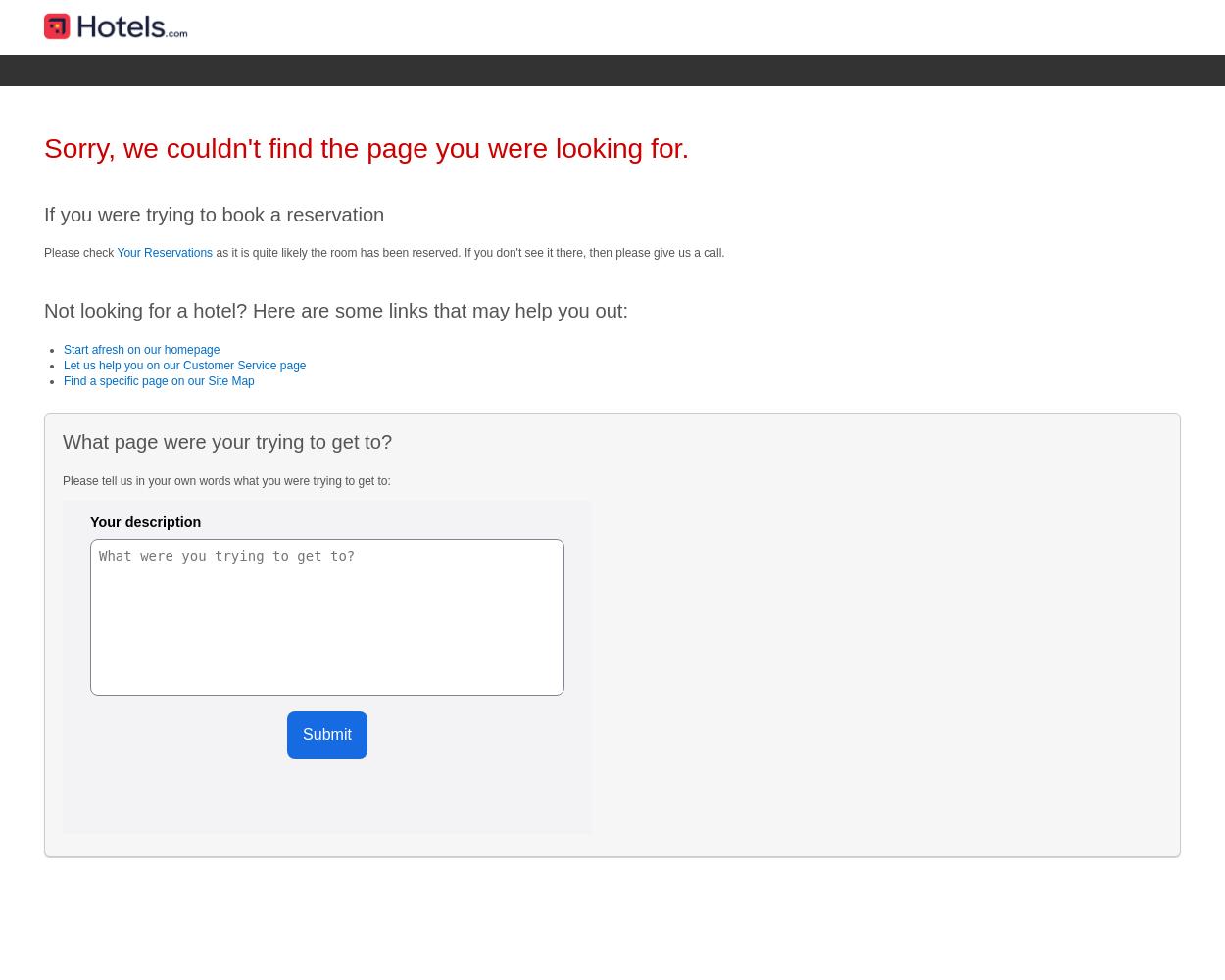  Describe the element at coordinates (366, 148) in the screenshot. I see `'Sorry, we couldn't find the page you were looking for.'` at that location.